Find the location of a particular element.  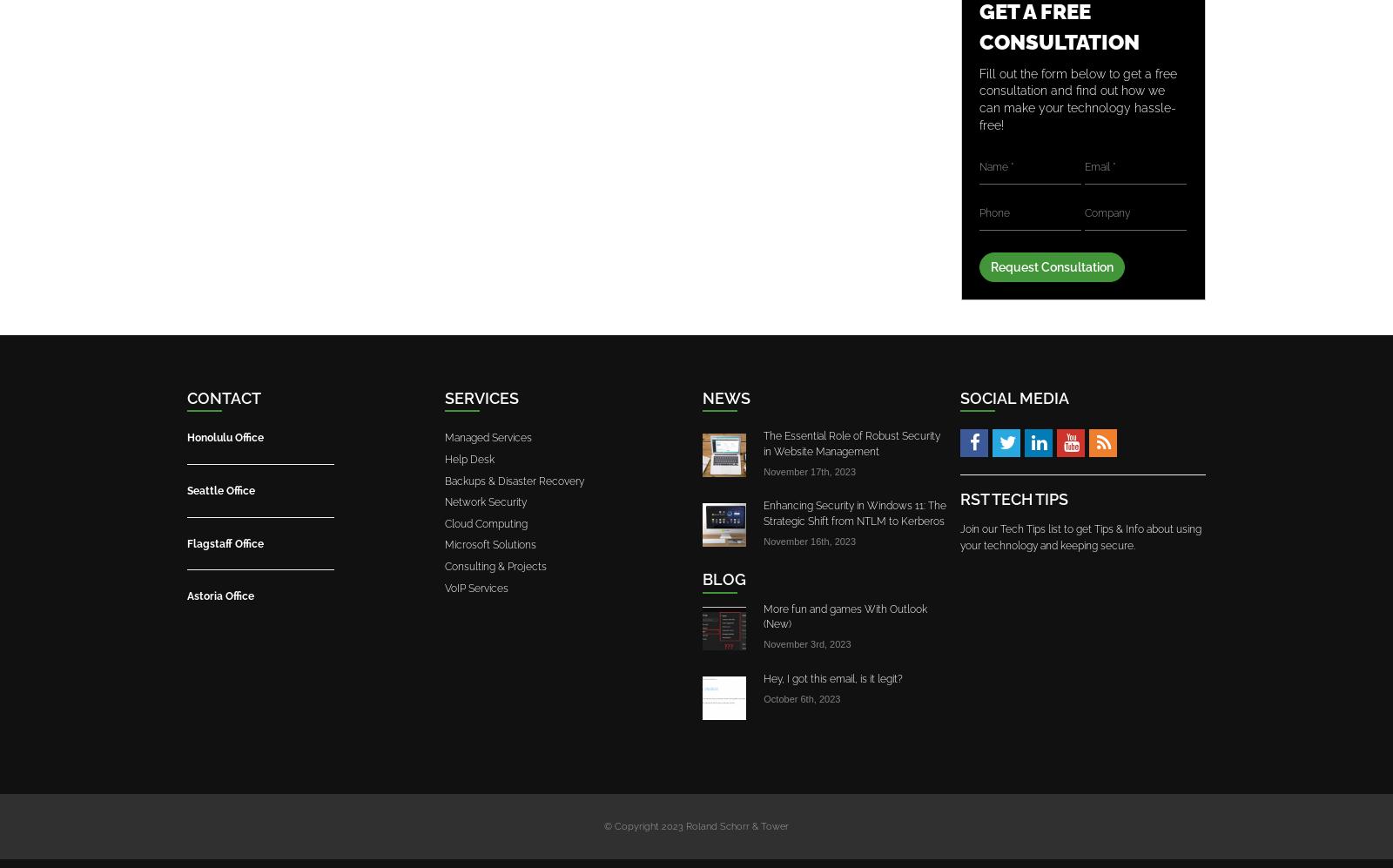

'Hey, I got this email, is it legit?' is located at coordinates (762, 676).